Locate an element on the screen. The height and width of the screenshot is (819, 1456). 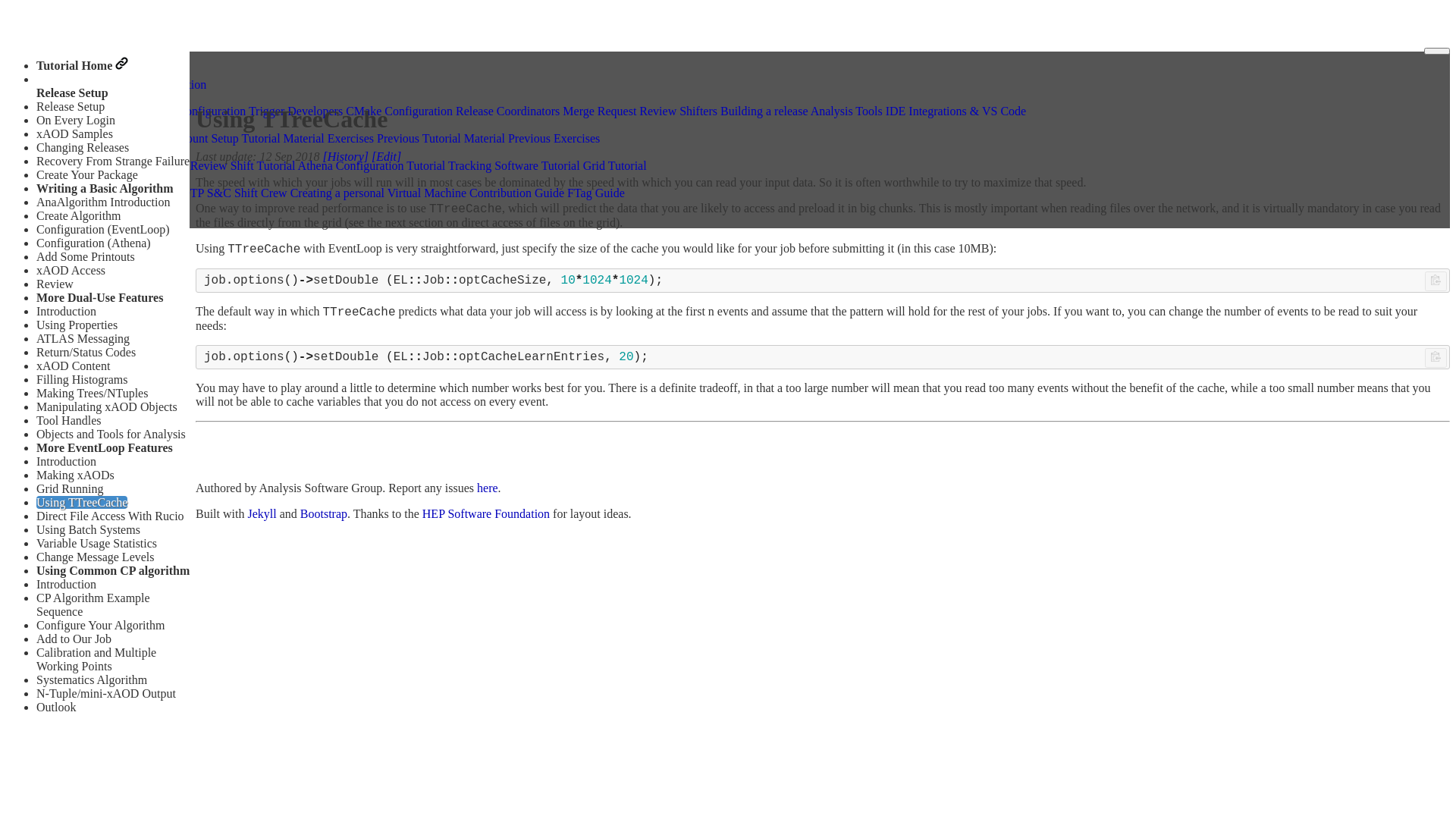
'Computing Twiki [Internal]' is located at coordinates (110, 192).